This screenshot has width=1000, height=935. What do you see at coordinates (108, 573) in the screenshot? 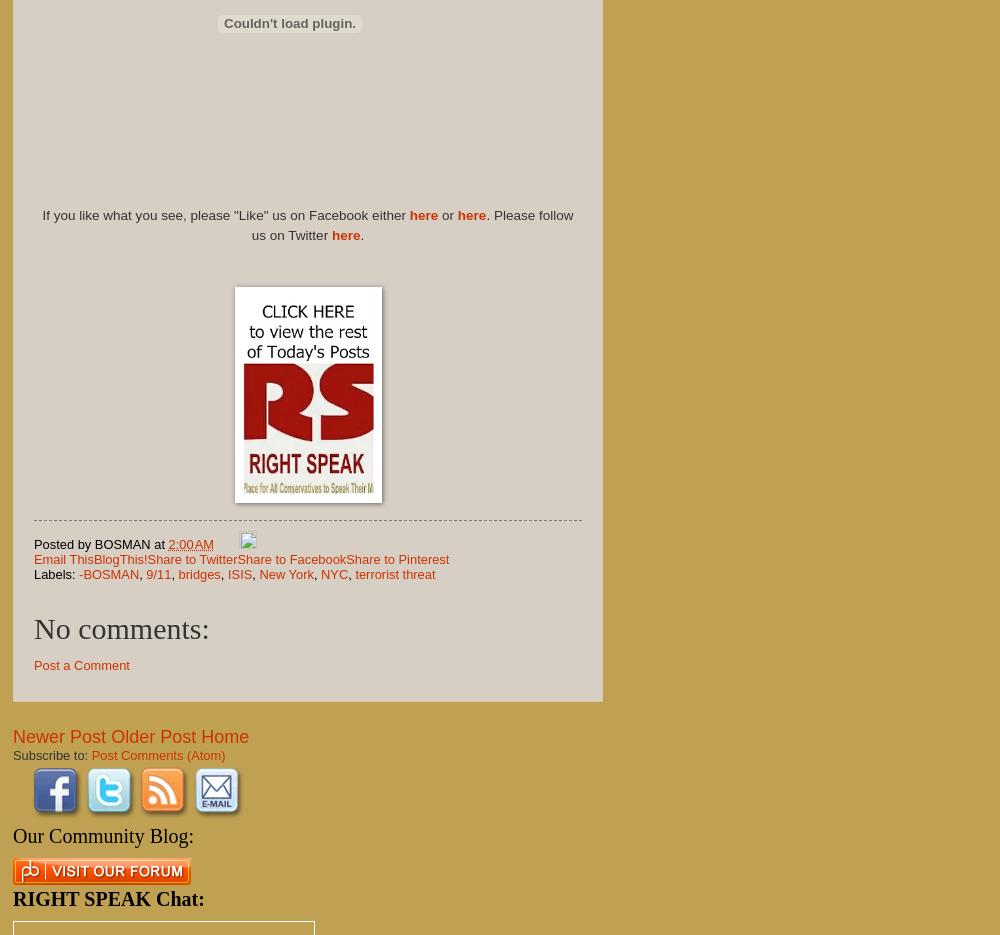
I see `'-BOSMAN'` at bounding box center [108, 573].